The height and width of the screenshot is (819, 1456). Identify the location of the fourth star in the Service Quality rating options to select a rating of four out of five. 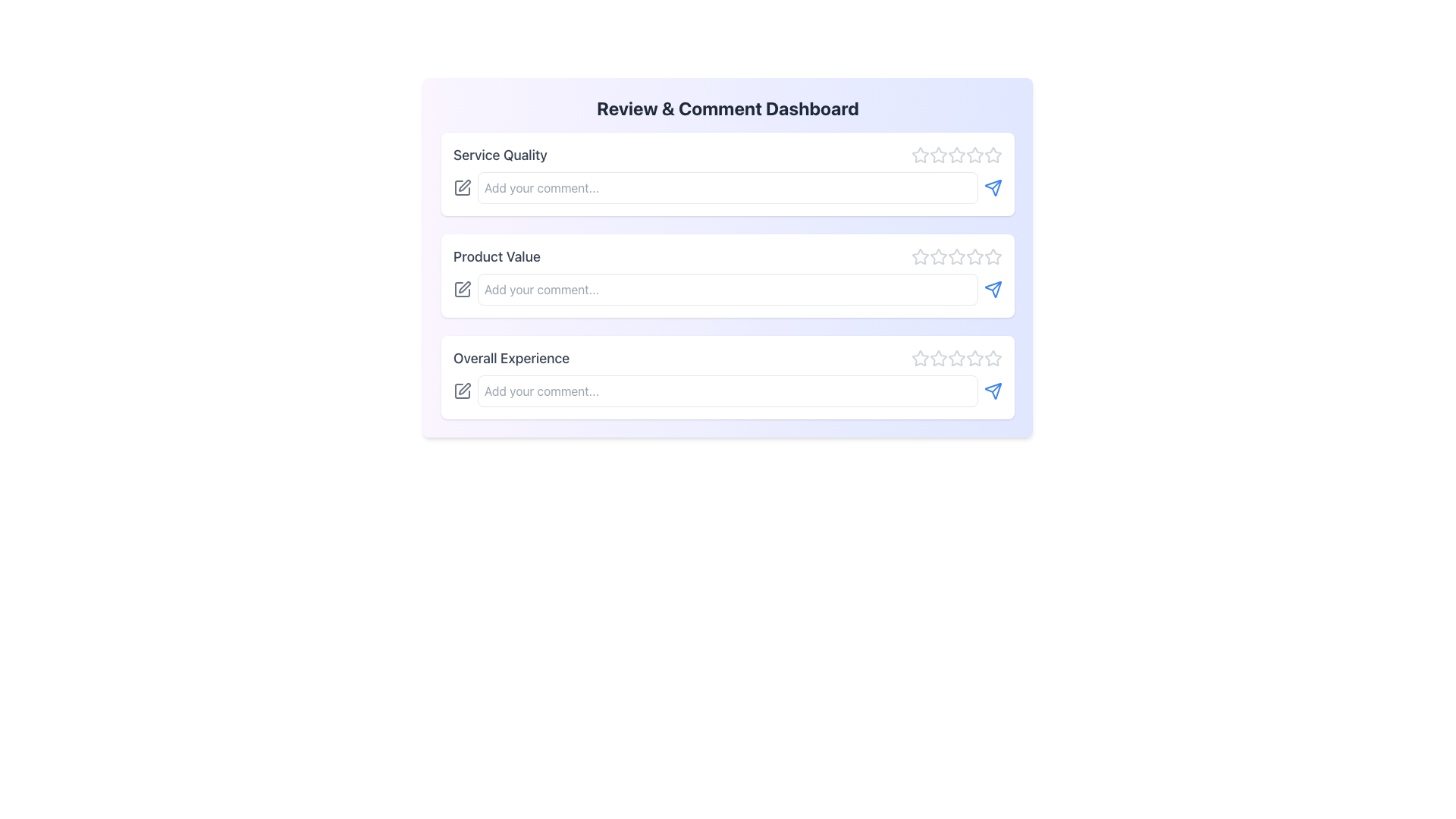
(975, 155).